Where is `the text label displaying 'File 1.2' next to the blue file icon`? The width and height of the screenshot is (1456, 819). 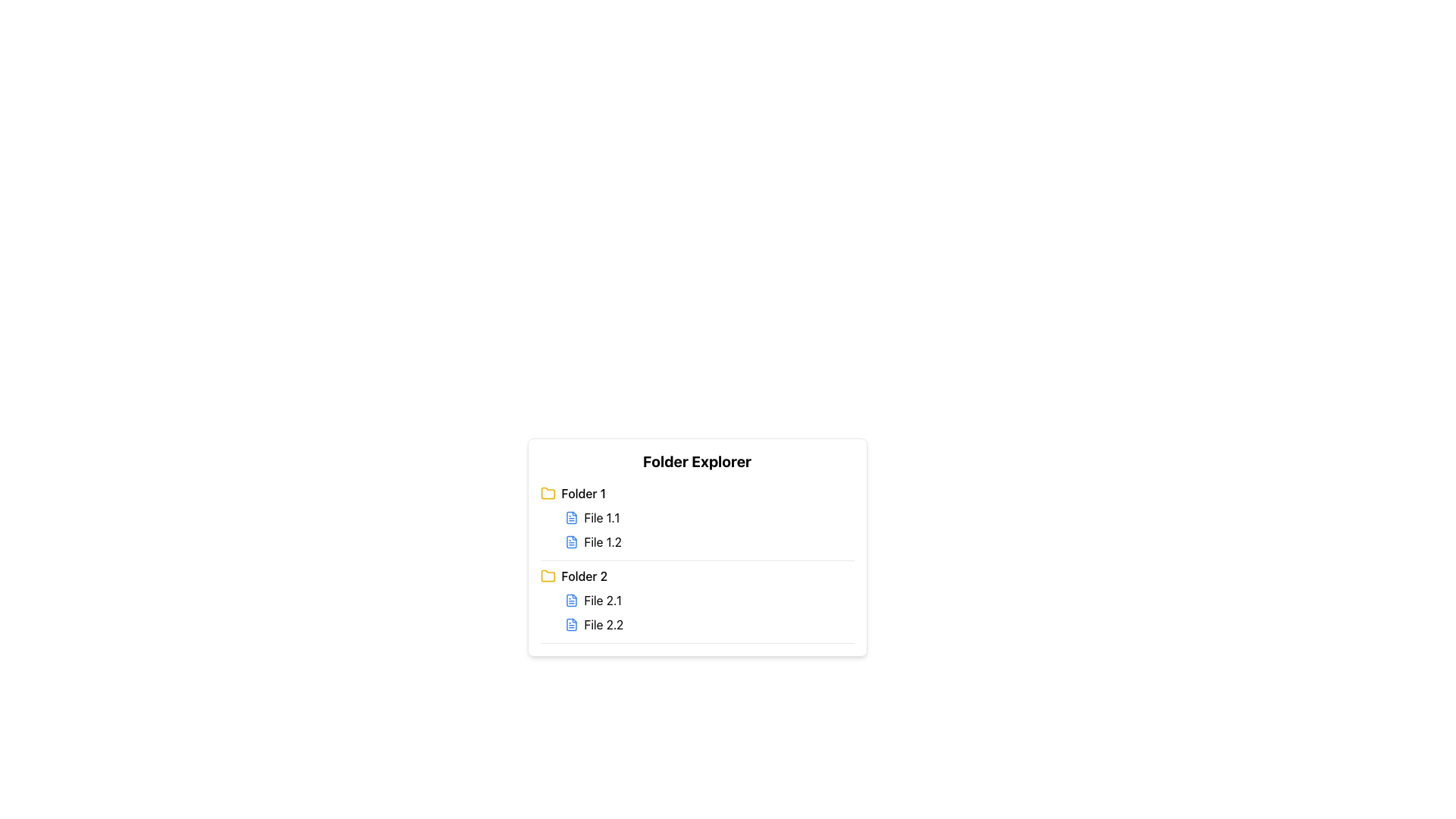
the text label displaying 'File 1.2' next to the blue file icon is located at coordinates (602, 541).